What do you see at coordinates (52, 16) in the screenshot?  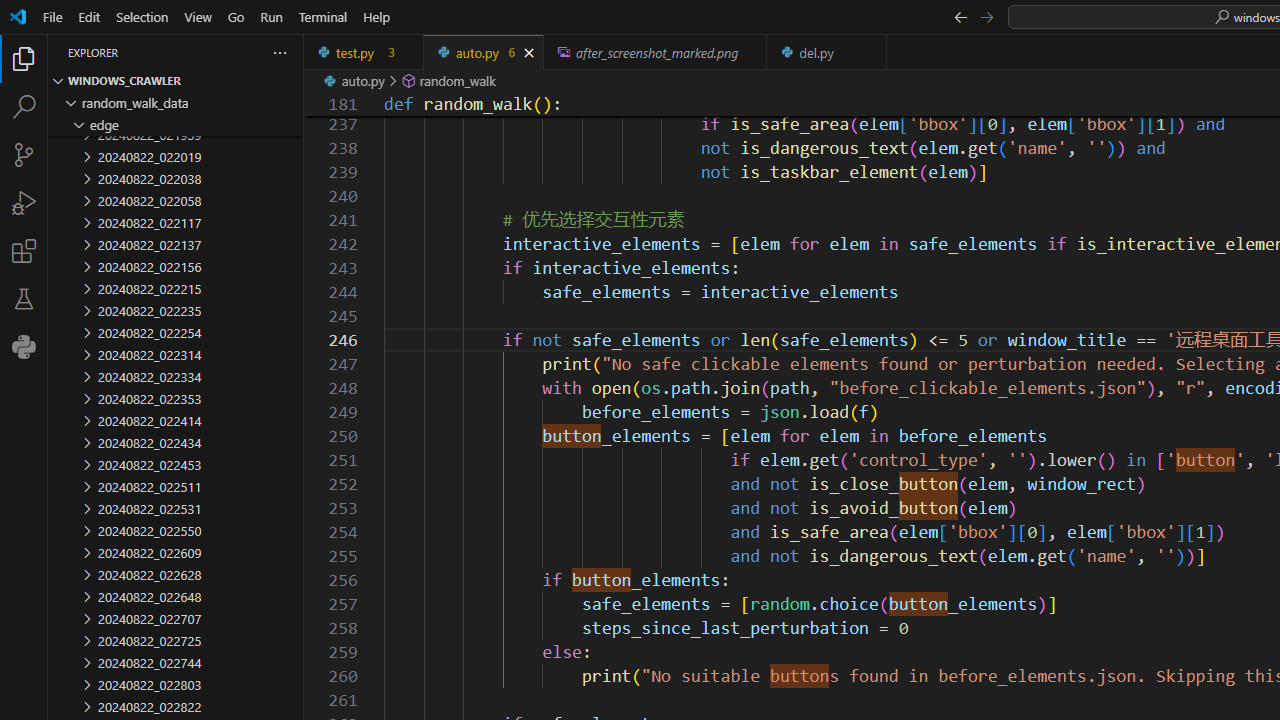 I see `'File'` at bounding box center [52, 16].